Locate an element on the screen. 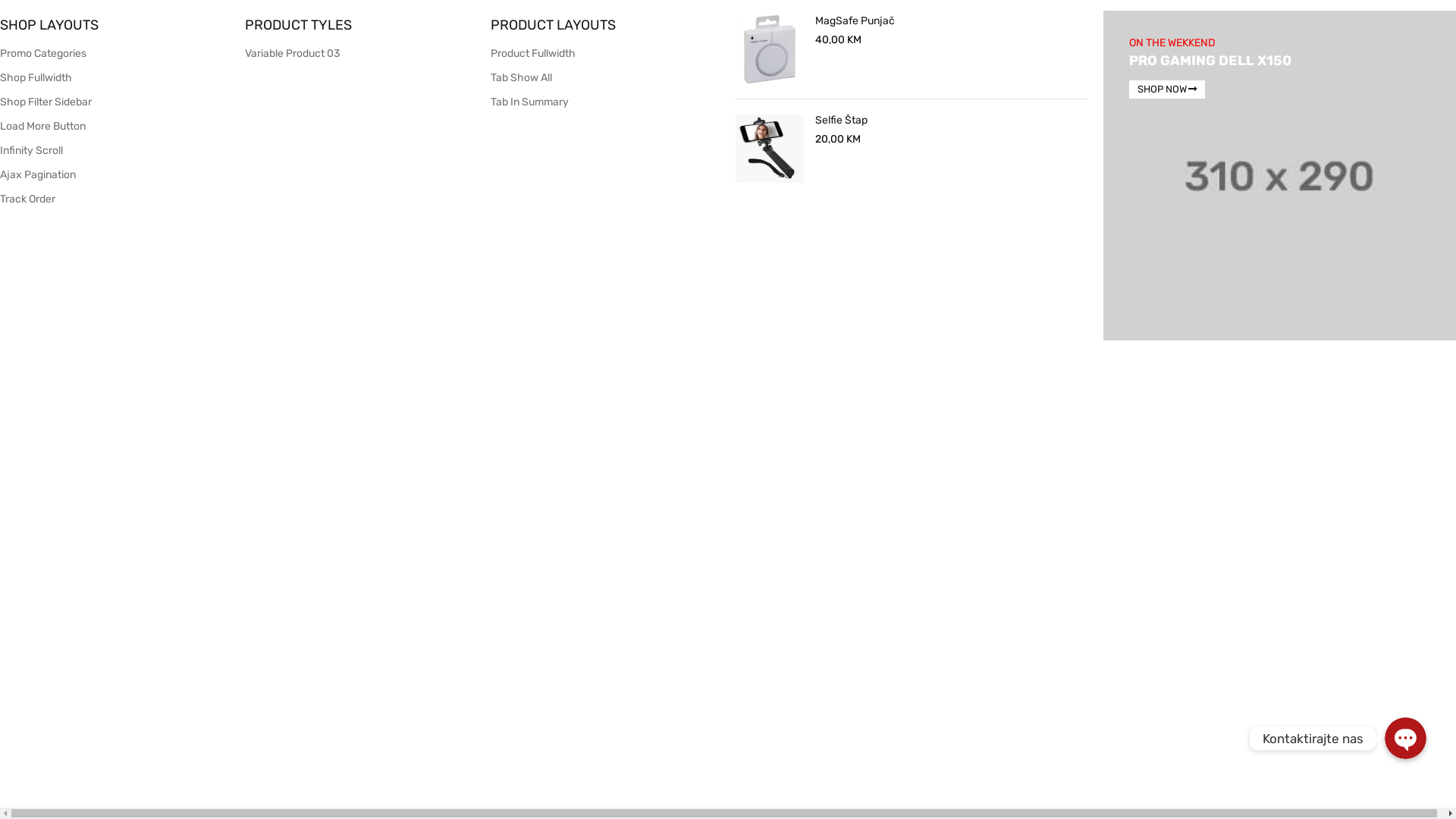 This screenshot has width=1456, height=819. 'Tab Show All' is located at coordinates (521, 77).